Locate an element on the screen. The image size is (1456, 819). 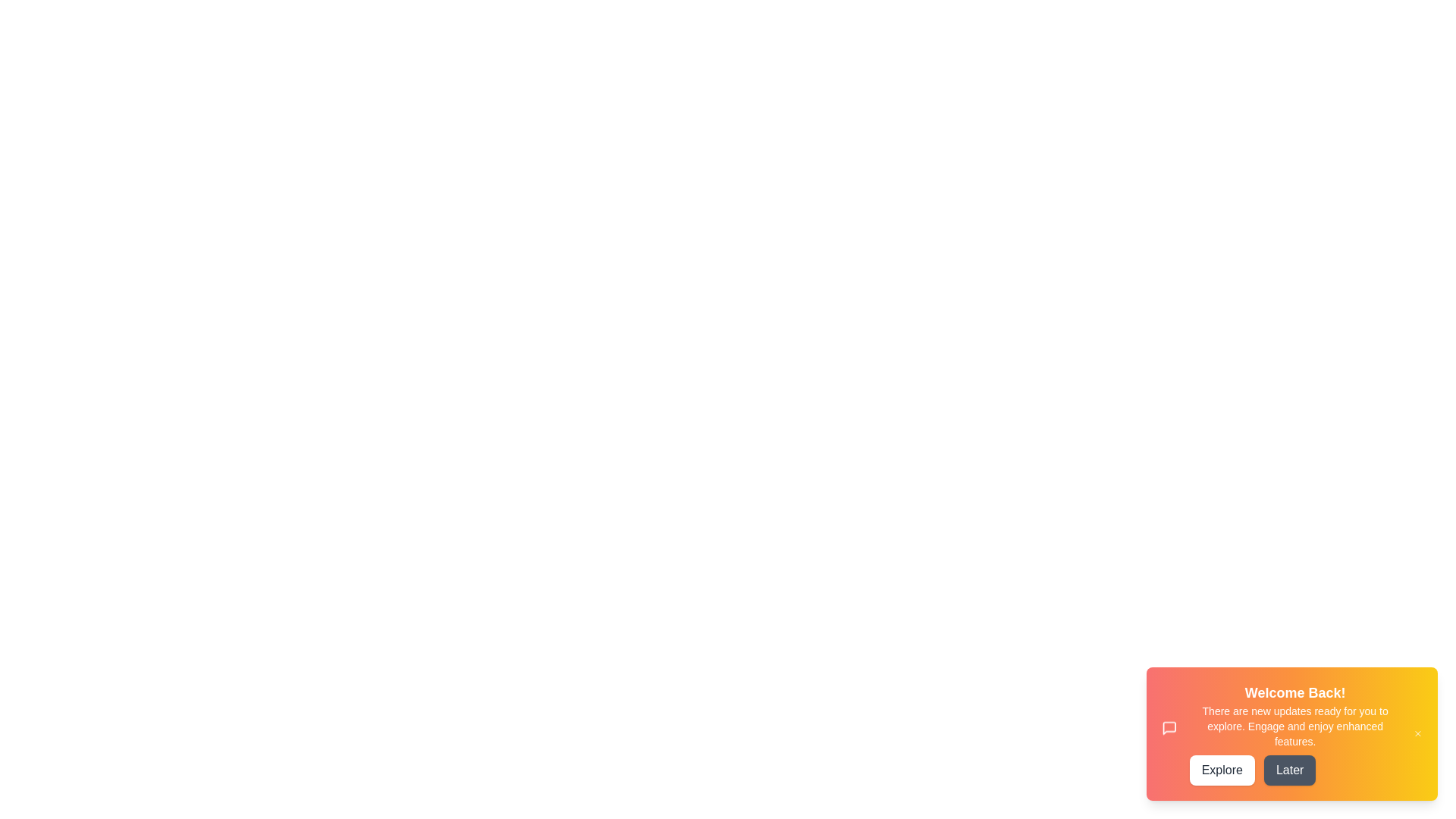
the close icon to hide the snackbar is located at coordinates (1417, 733).